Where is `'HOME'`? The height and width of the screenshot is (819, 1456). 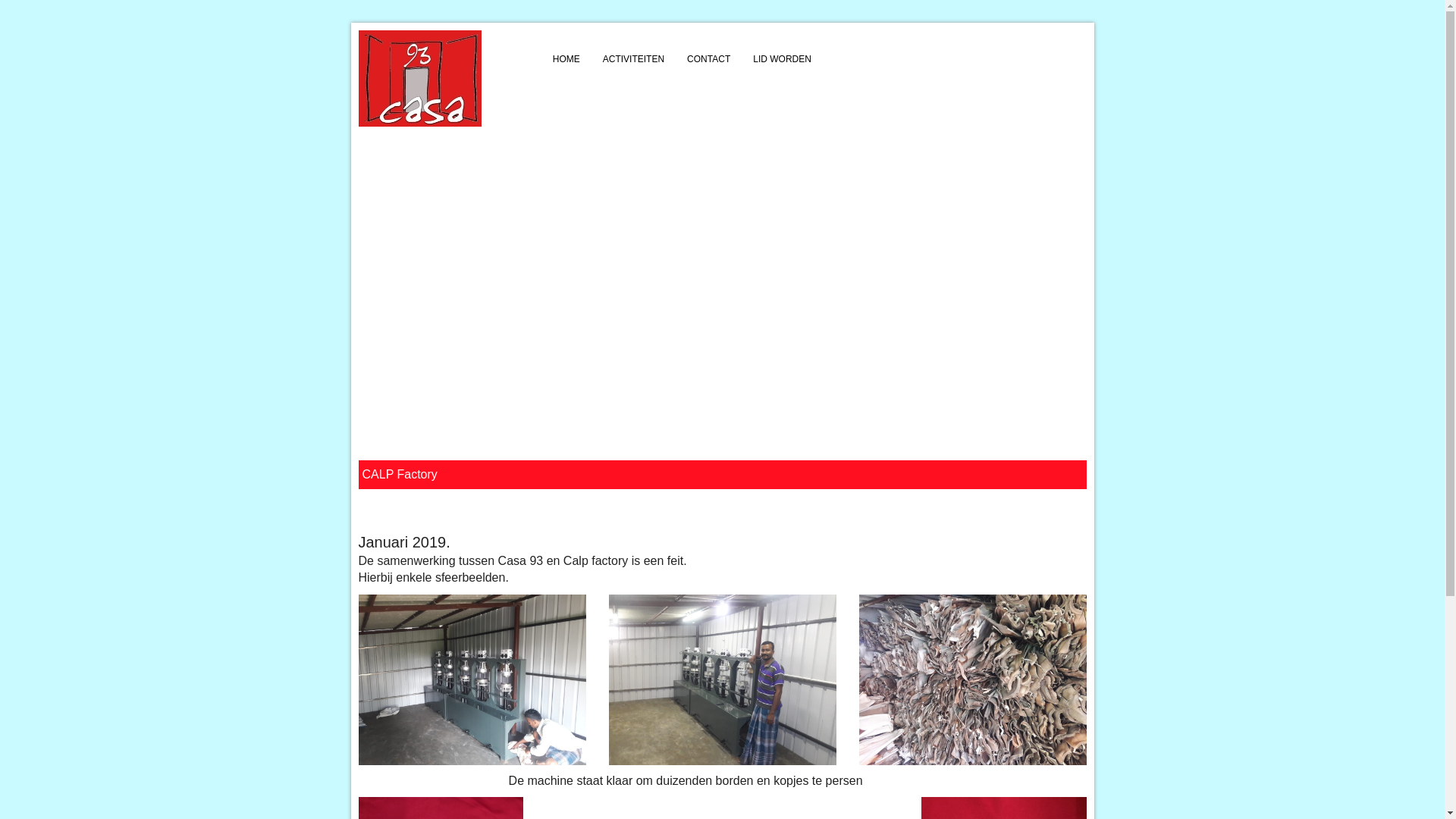 'HOME' is located at coordinates (566, 58).